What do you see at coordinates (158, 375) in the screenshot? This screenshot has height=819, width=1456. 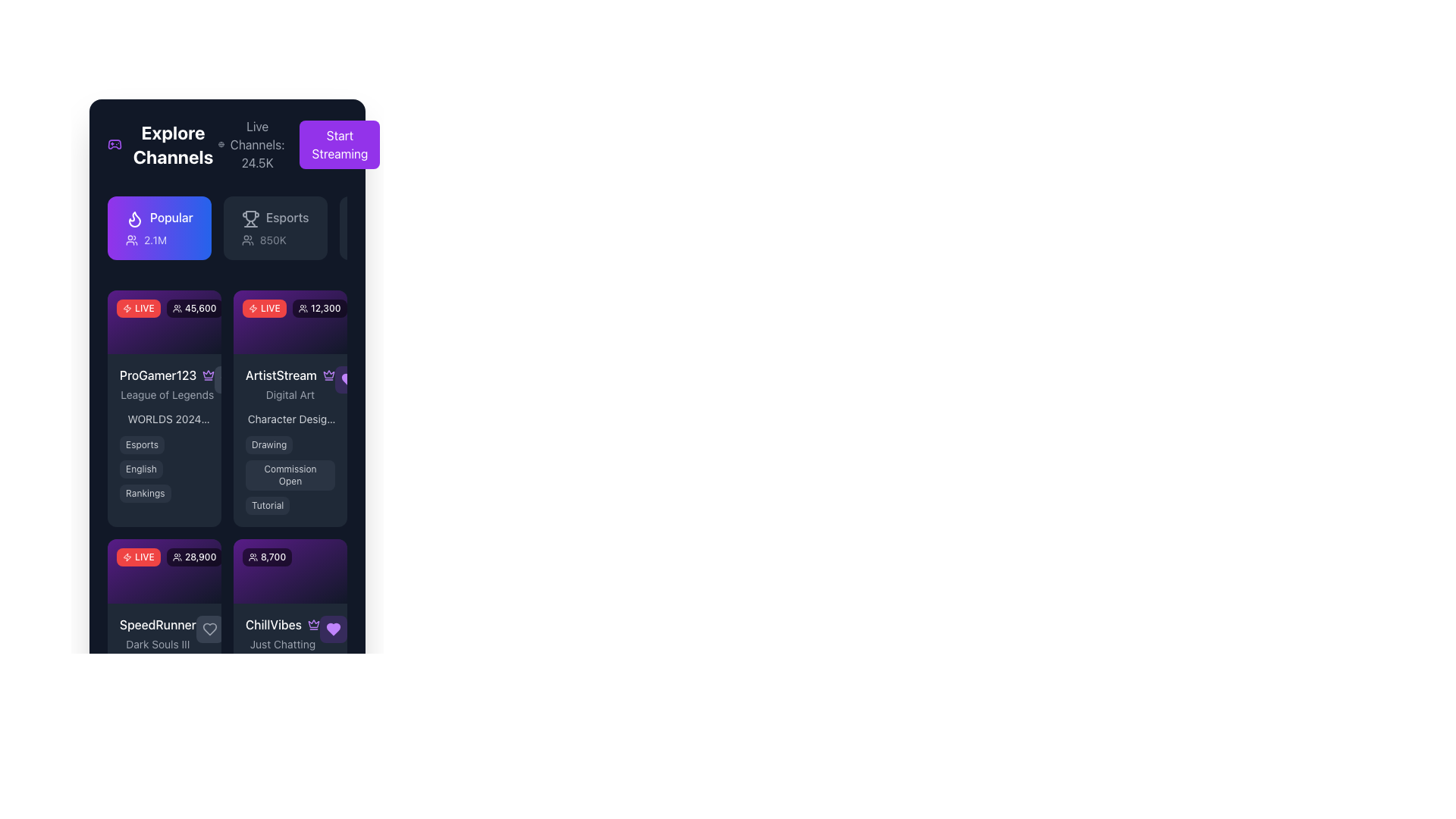 I see `username displayed in the Text Label located within the channel preview card, positioned to the left of the crowned badge icon and above the descriptive text` at bounding box center [158, 375].